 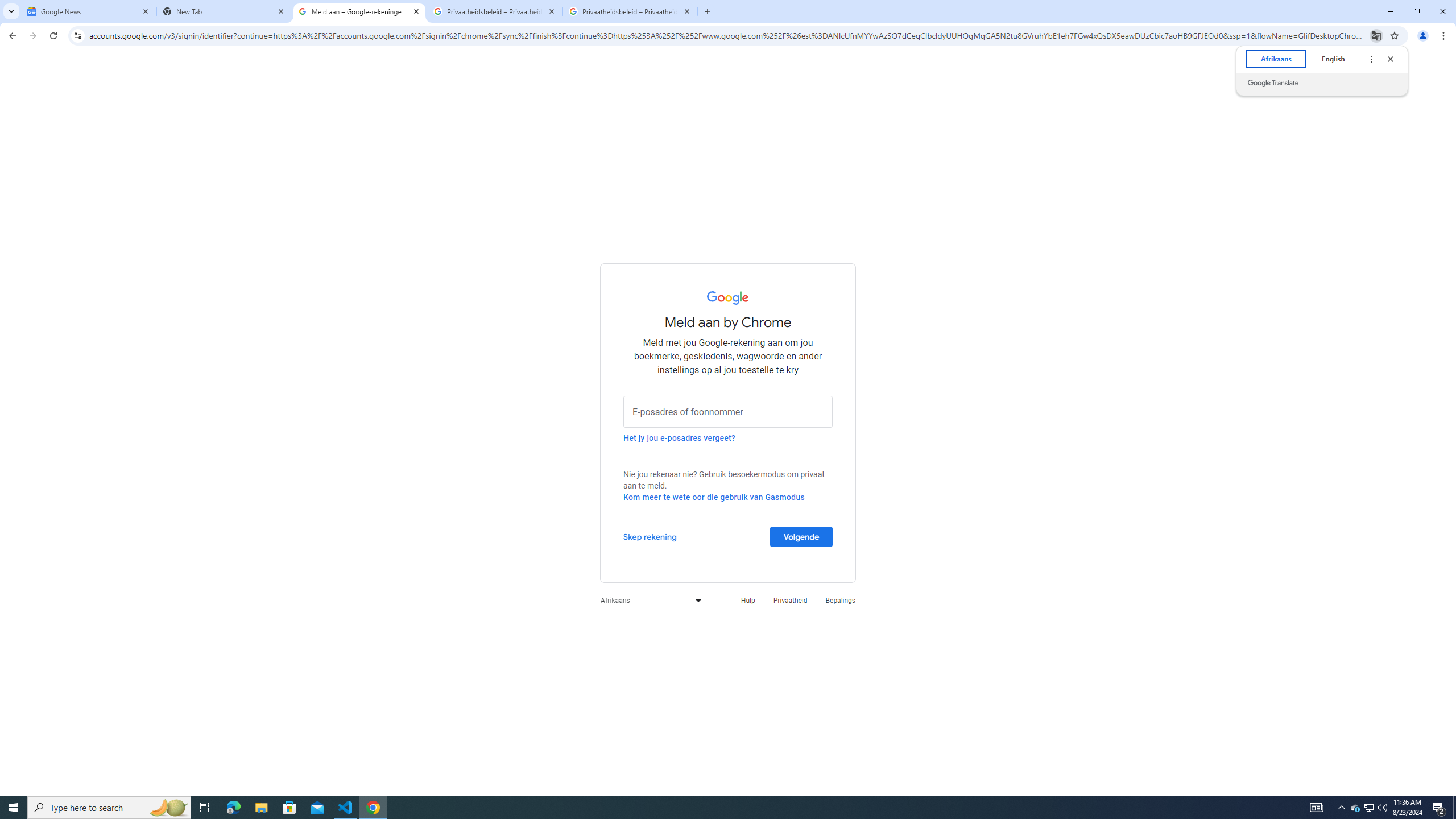 I want to click on 'Start', so click(x=14, y=806).